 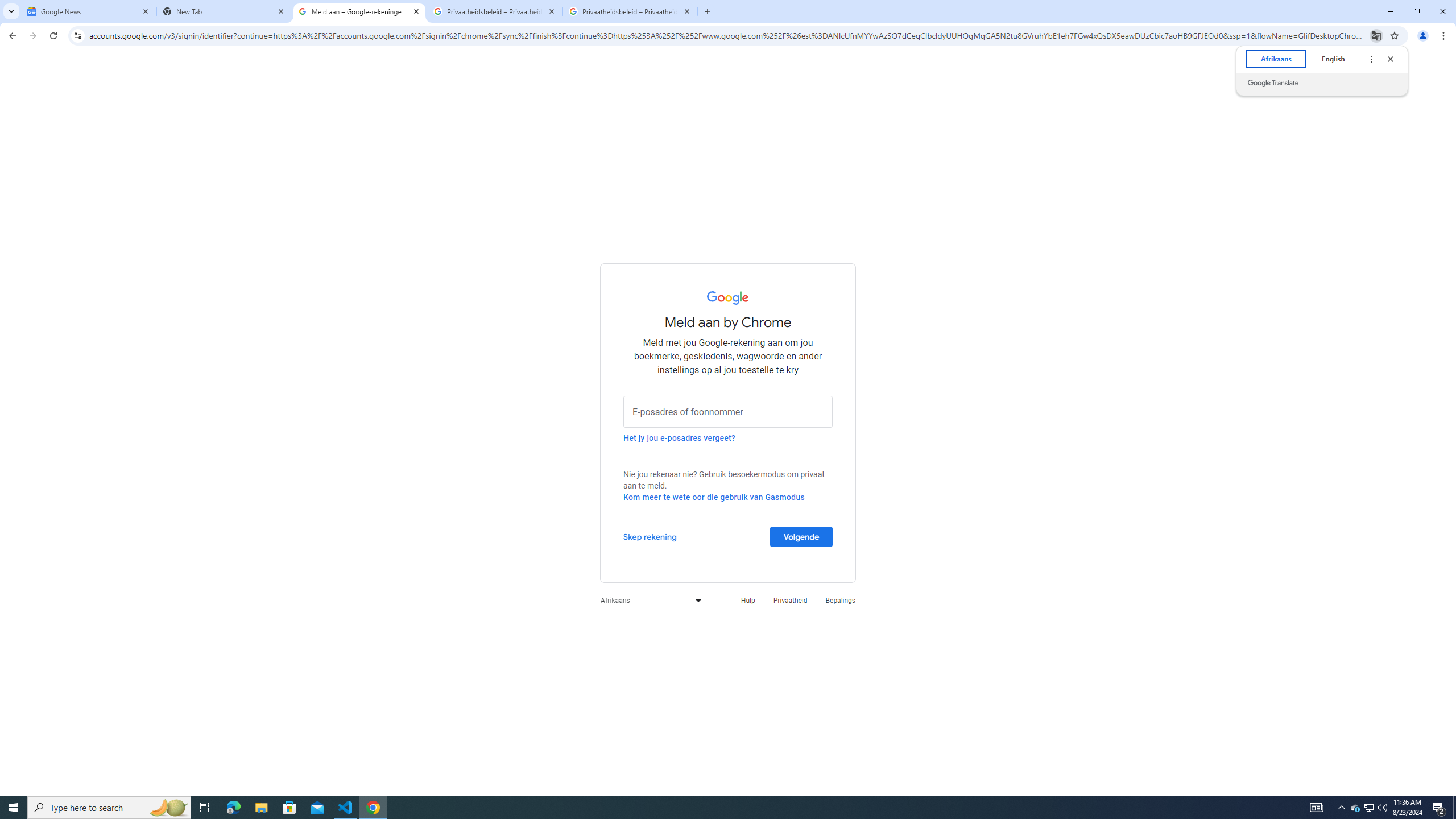 I want to click on 'Start', so click(x=14, y=806).